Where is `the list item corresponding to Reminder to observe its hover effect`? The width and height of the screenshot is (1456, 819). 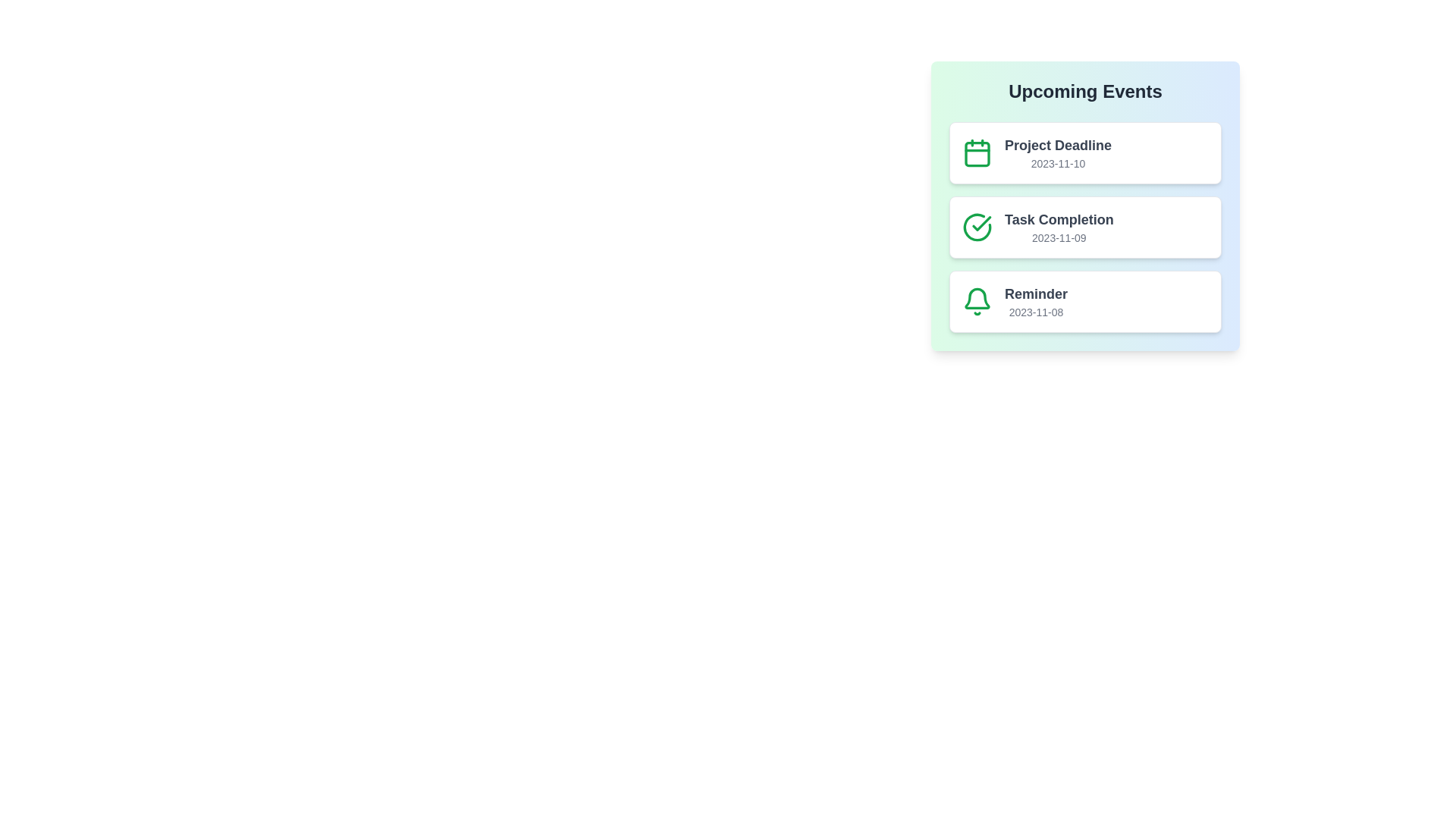 the list item corresponding to Reminder to observe its hover effect is located at coordinates (1084, 301).